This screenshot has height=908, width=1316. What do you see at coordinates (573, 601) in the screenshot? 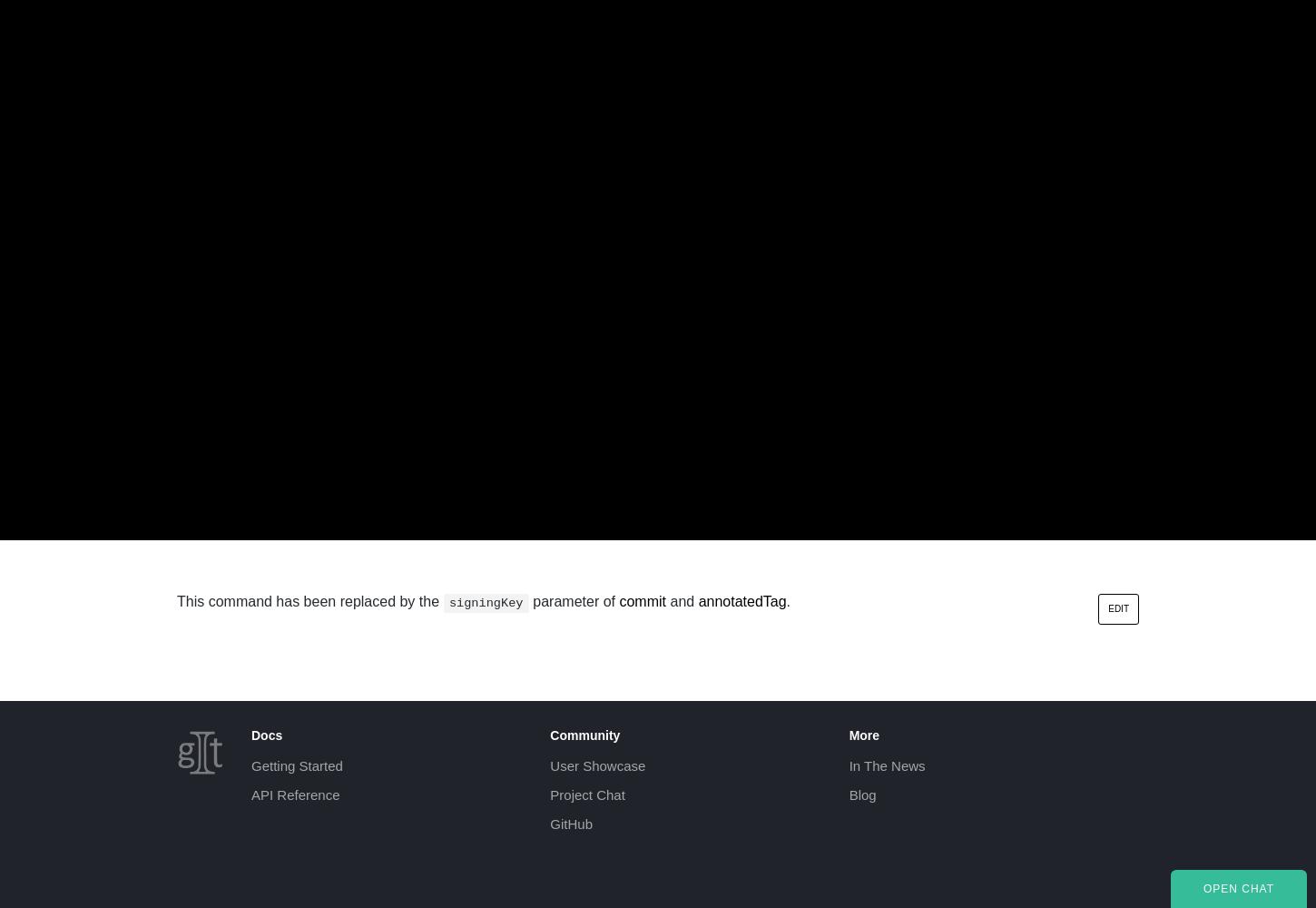
I see `'parameter of'` at bounding box center [573, 601].